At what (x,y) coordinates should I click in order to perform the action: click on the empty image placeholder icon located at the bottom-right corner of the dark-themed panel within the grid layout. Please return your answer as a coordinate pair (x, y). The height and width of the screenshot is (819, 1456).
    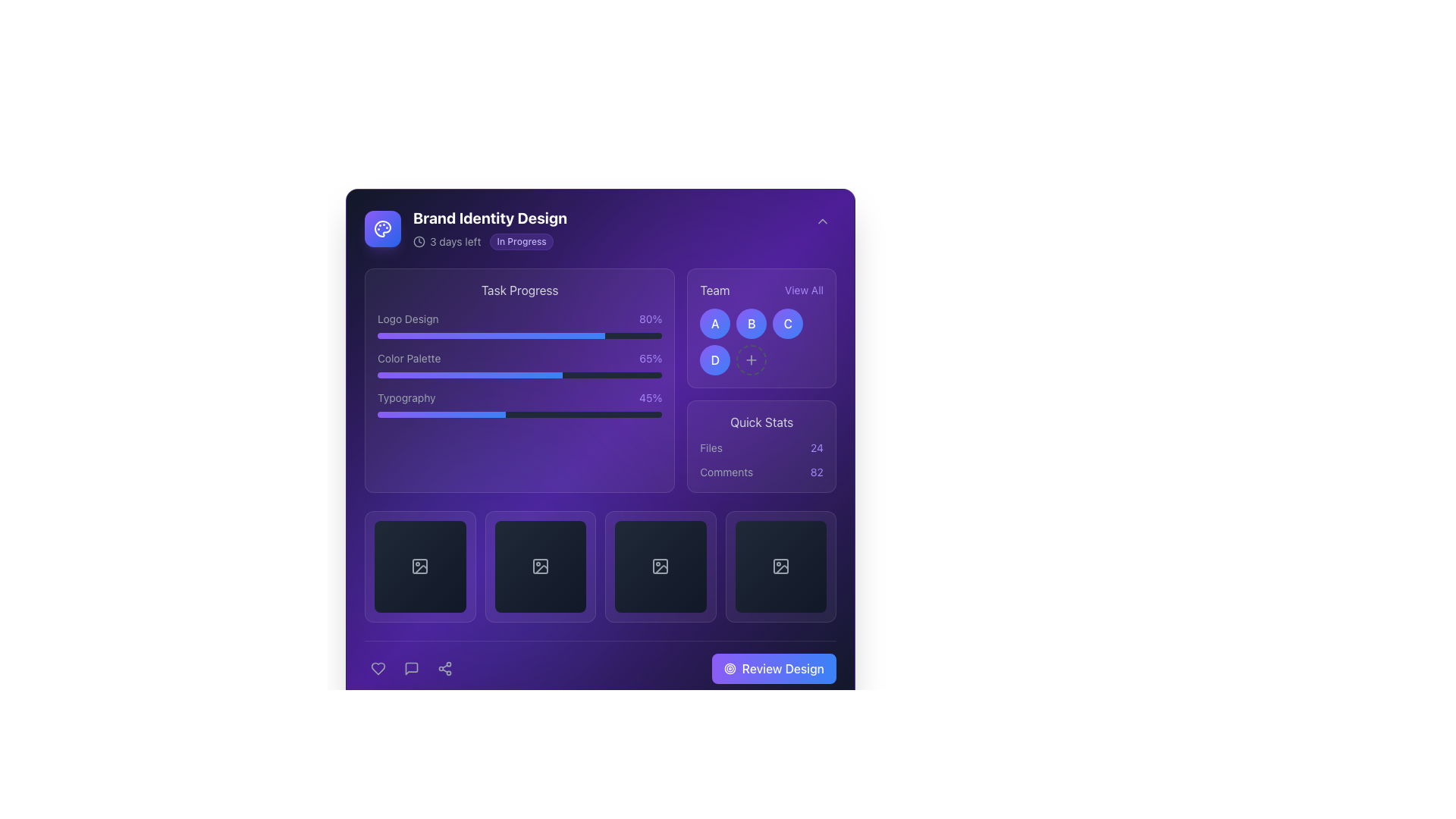
    Looking at the image, I should click on (780, 566).